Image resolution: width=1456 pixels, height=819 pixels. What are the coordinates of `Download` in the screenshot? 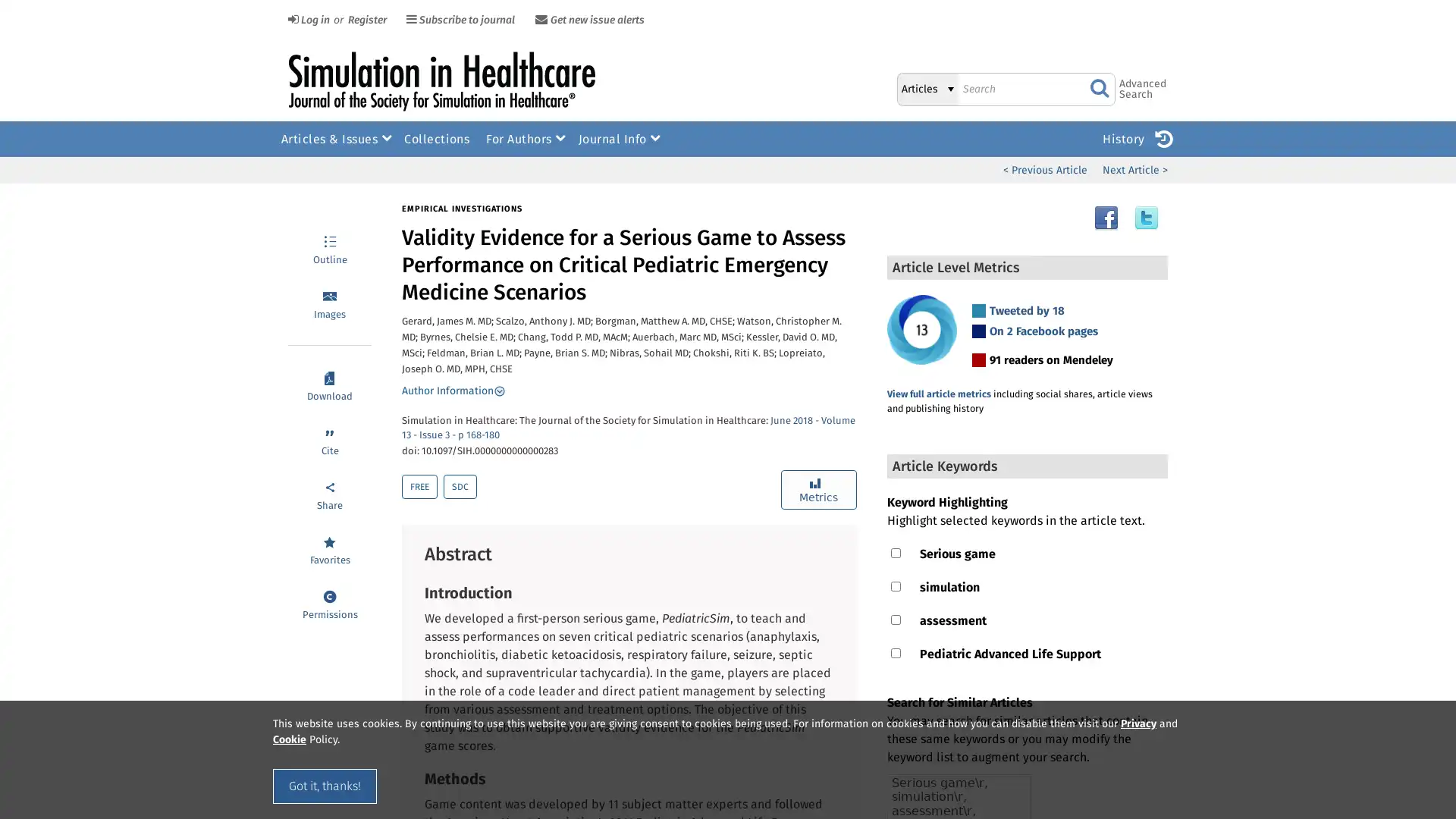 It's located at (329, 384).